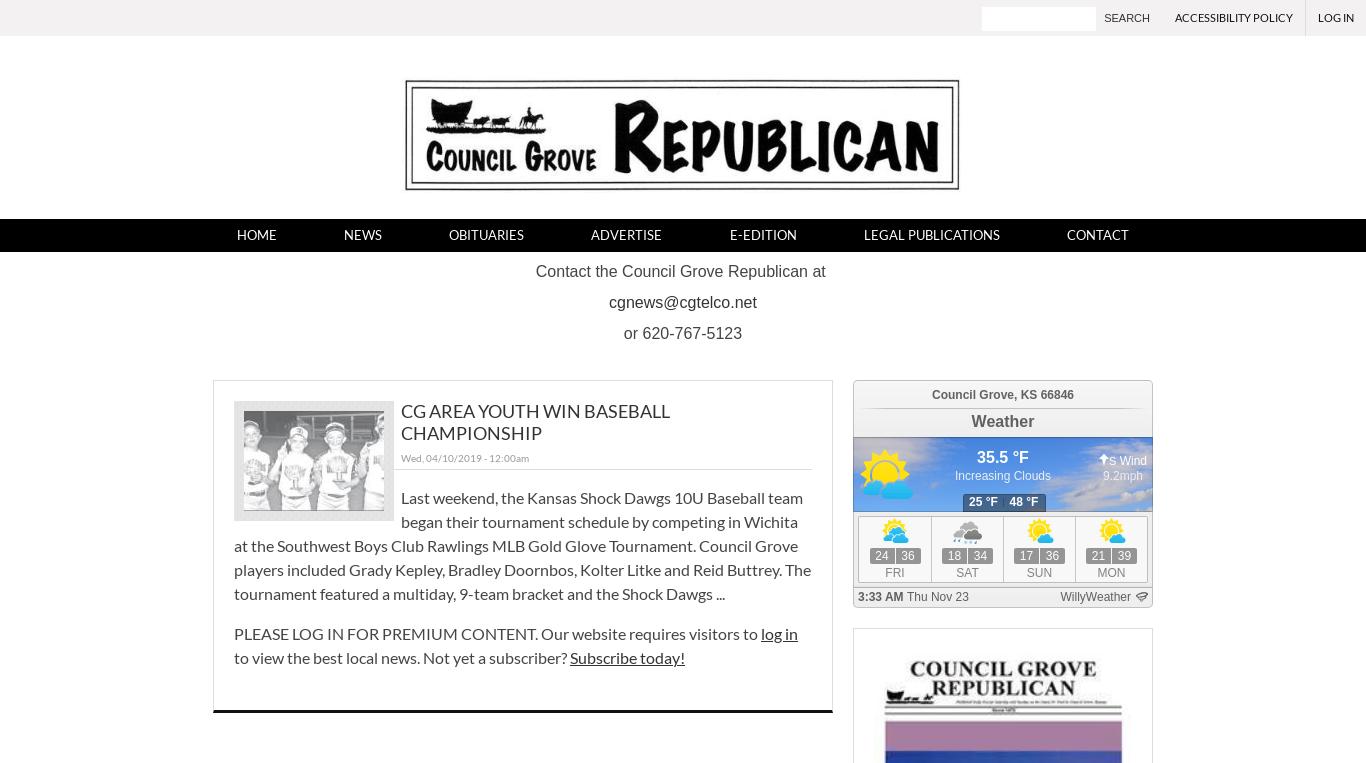 Image resolution: width=1366 pixels, height=763 pixels. Describe the element at coordinates (1234, 16) in the screenshot. I see `'Accessibility Policy'` at that location.